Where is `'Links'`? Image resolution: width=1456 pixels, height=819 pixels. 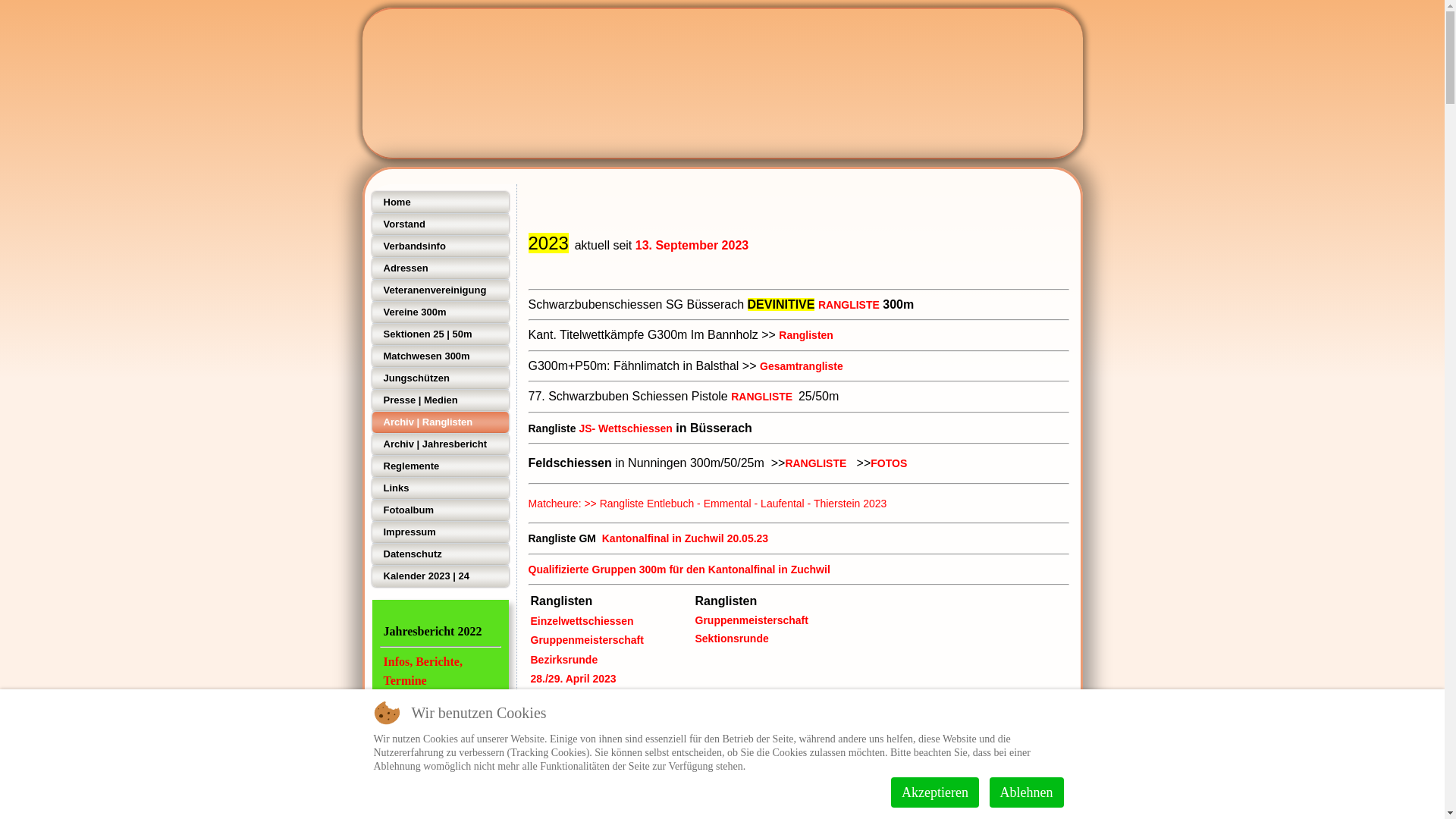 'Links' is located at coordinates (439, 488).